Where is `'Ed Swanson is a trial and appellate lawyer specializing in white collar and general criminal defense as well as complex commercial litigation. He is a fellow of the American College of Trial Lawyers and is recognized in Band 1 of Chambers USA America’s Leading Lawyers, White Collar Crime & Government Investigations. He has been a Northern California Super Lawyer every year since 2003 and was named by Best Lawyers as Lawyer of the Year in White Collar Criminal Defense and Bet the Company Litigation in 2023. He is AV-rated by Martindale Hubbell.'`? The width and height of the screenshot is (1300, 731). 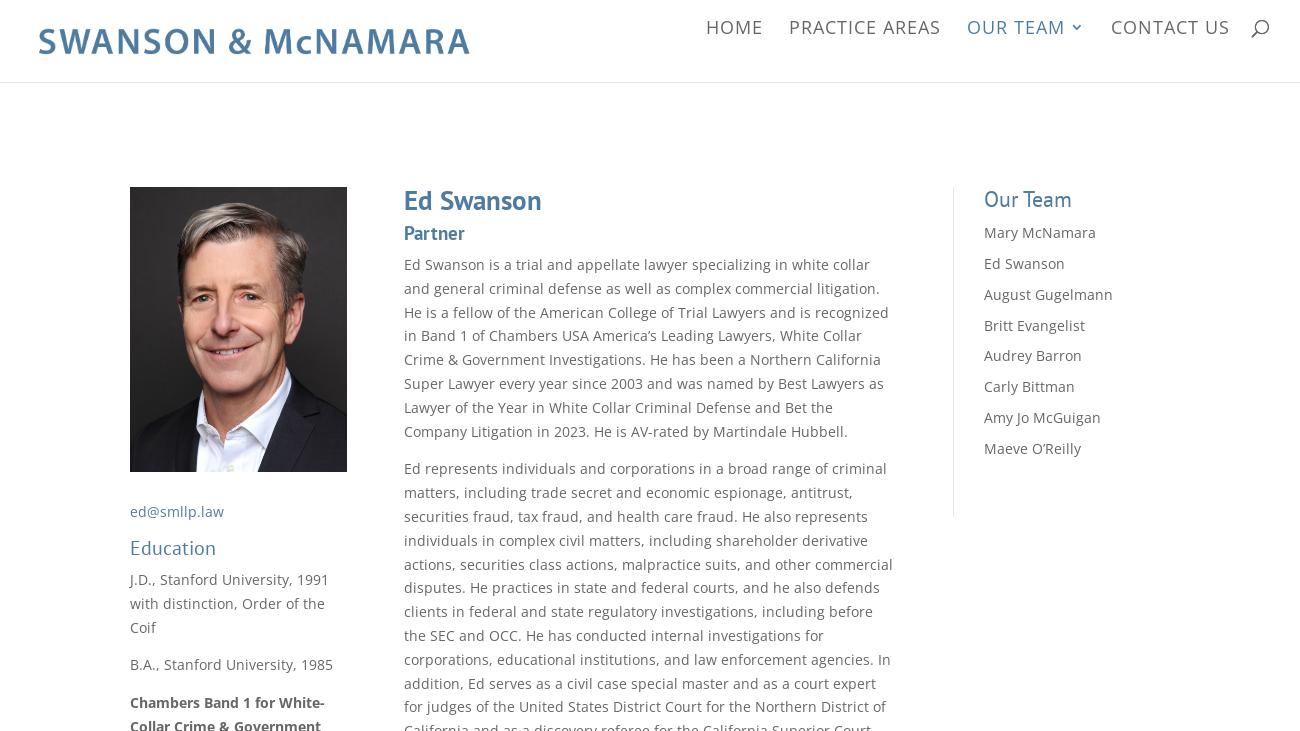 'Ed Swanson is a trial and appellate lawyer specializing in white collar and general criminal defense as well as complex commercial litigation. He is a fellow of the American College of Trial Lawyers and is recognized in Band 1 of Chambers USA America’s Leading Lawyers, White Collar Crime & Government Investigations. He has been a Northern California Super Lawyer every year since 2003 and was named by Best Lawyers as Lawyer of the Year in White Collar Criminal Defense and Bet the Company Litigation in 2023. He is AV-rated by Martindale Hubbell.' is located at coordinates (646, 346).